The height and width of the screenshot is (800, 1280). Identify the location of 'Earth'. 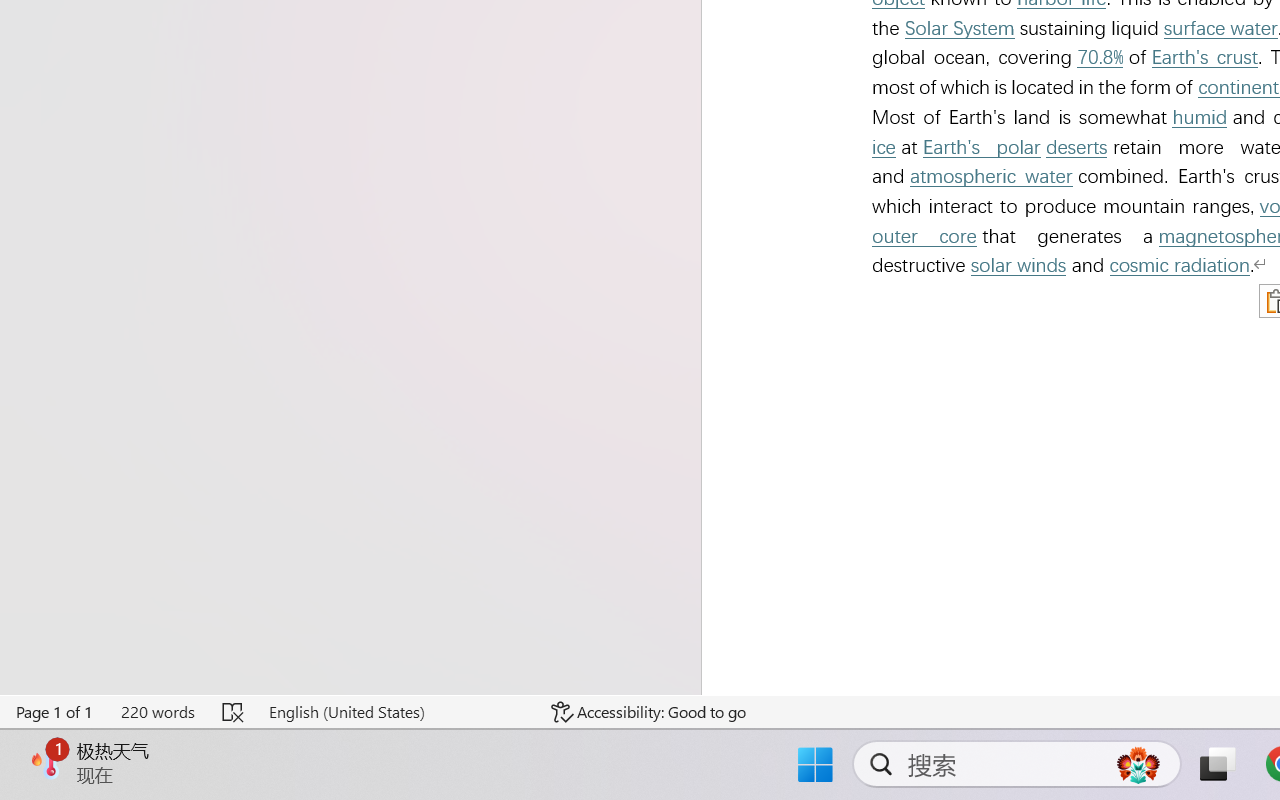
(1204, 56).